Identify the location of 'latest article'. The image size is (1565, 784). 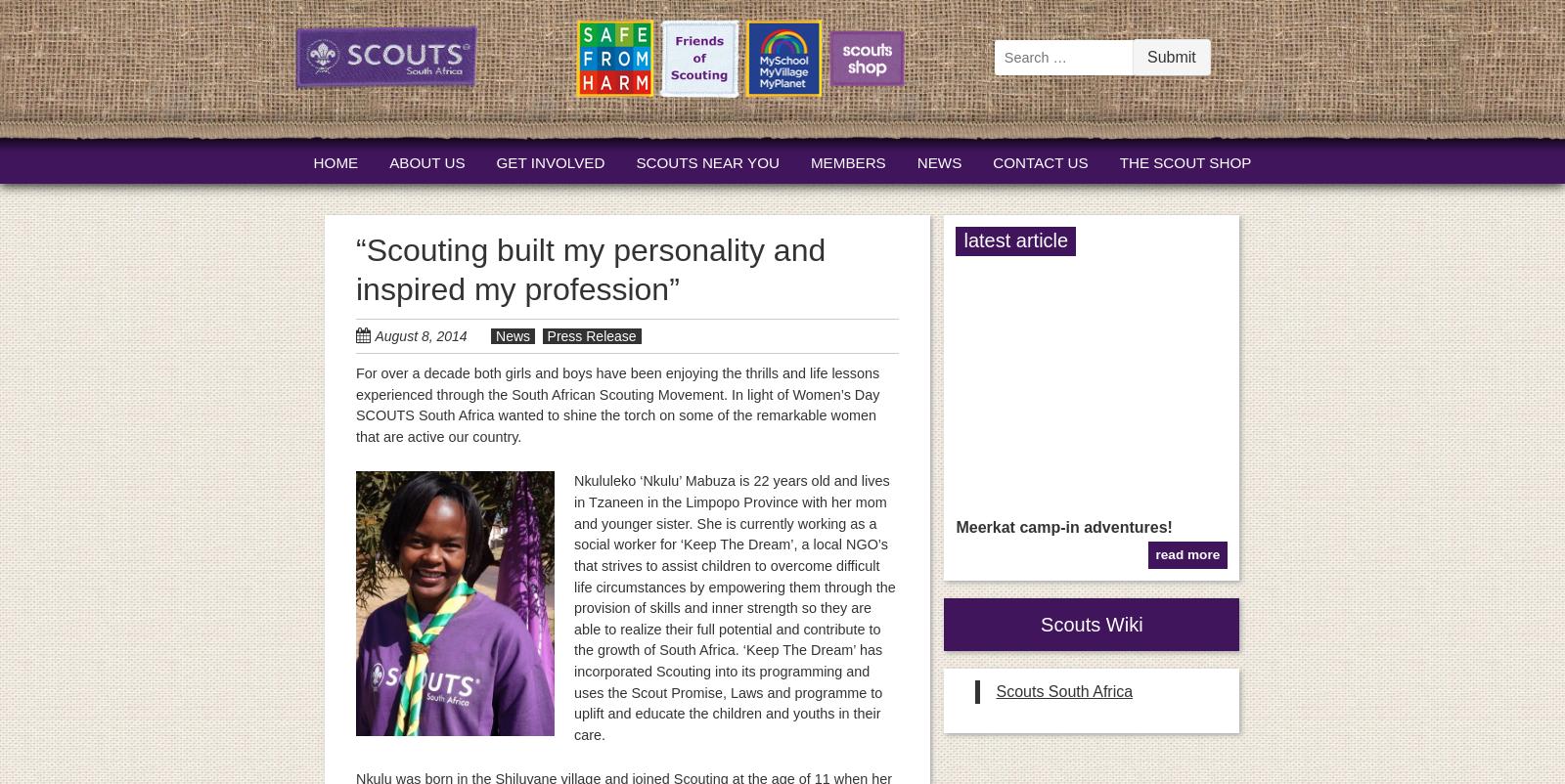
(1015, 240).